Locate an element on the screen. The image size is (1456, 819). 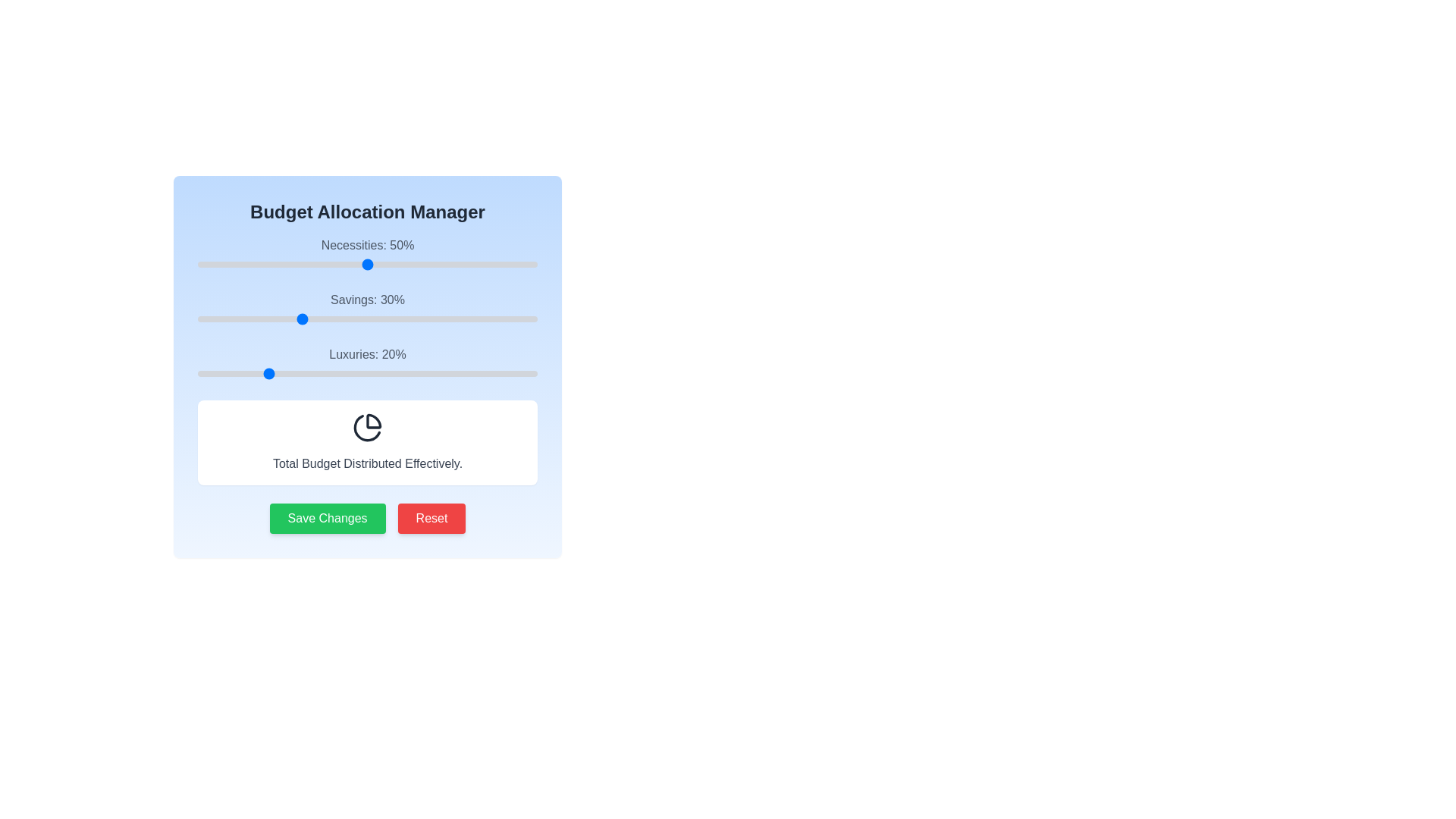
the circular blue indicator of the 'Savings: 30%' range slider is located at coordinates (367, 309).